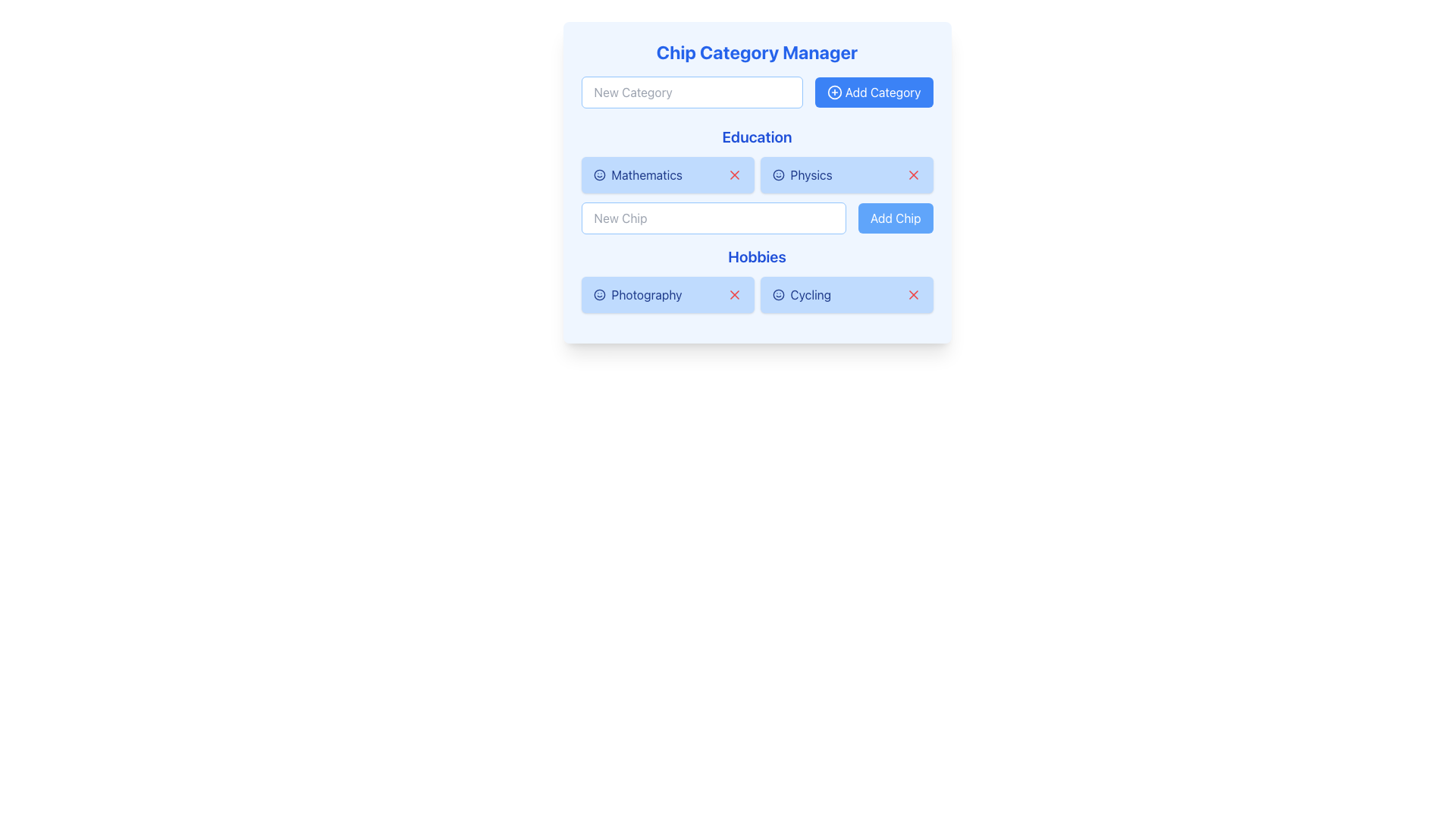 Image resolution: width=1456 pixels, height=819 pixels. Describe the element at coordinates (734, 174) in the screenshot. I see `the diagonal cross (X) shaped icon located in the 'Education' section` at that location.